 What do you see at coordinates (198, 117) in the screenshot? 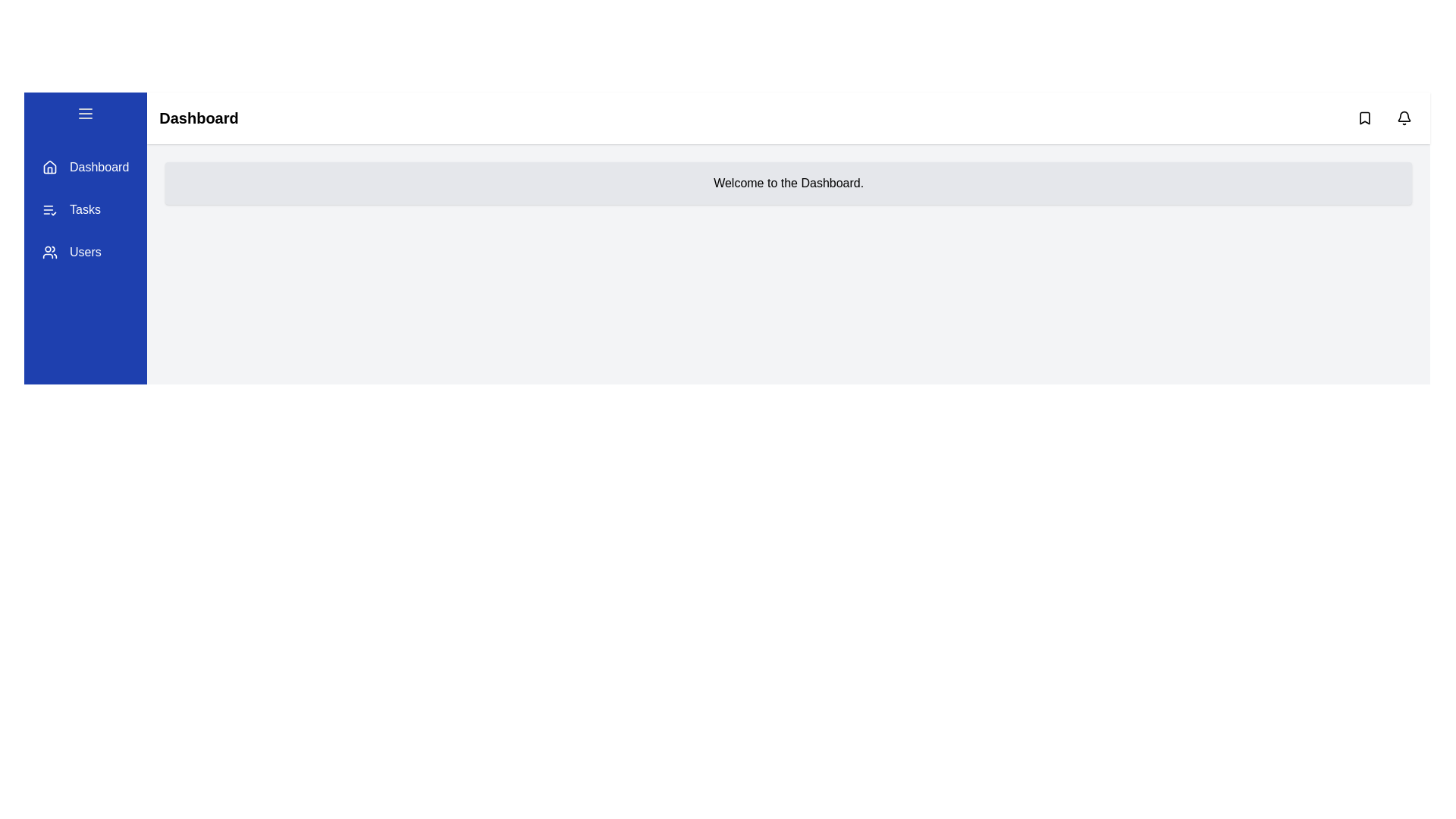
I see `text content of the Text Label indicating the current active section of the application, located at the top-left corner of the main content area, right of the blue vertical sidebar` at bounding box center [198, 117].